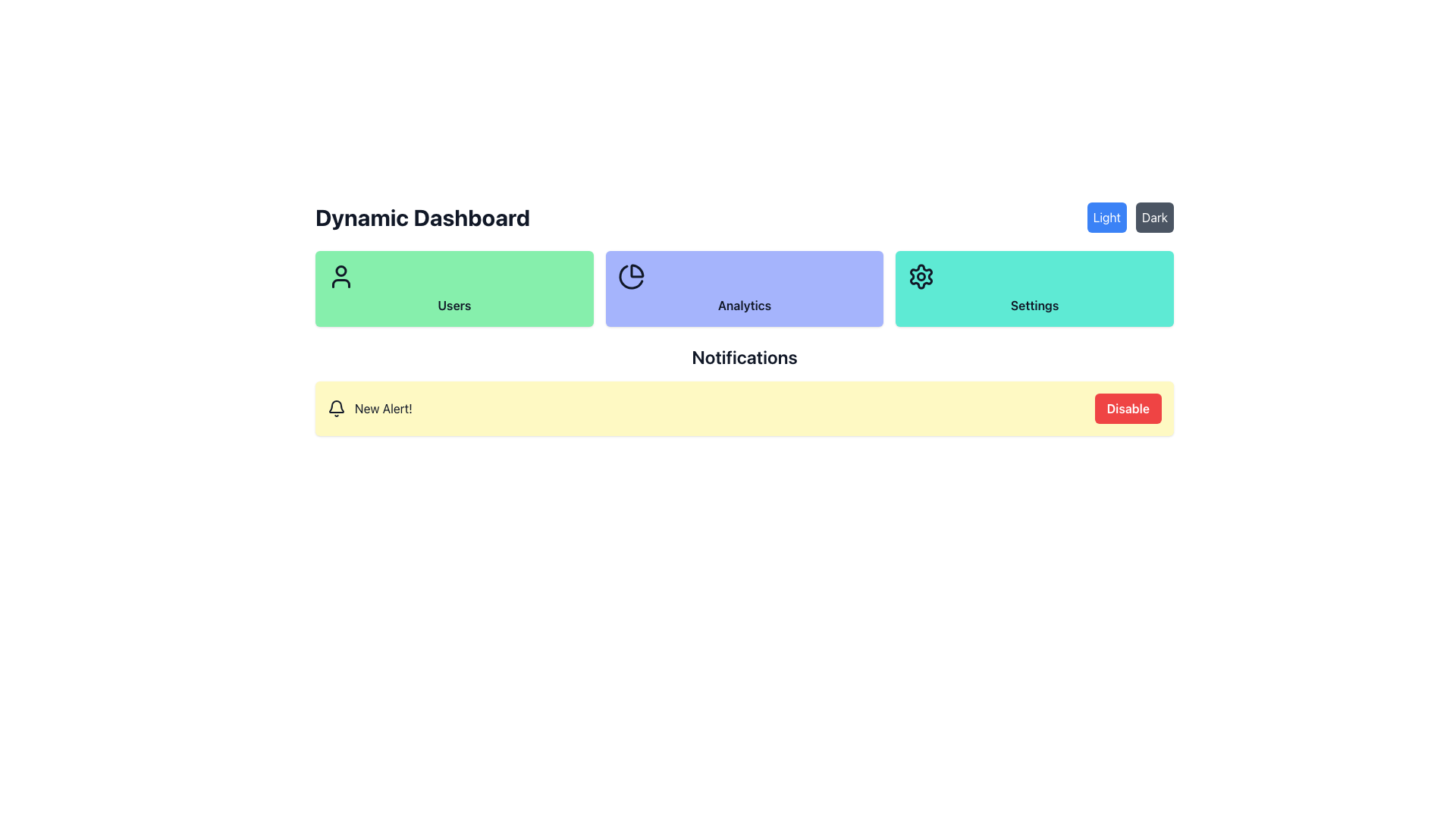 The width and height of the screenshot is (1456, 819). I want to click on text from the label indicating settings or configuration options, which is located within a teal rectangular button below a gear icon, so click(1034, 305).